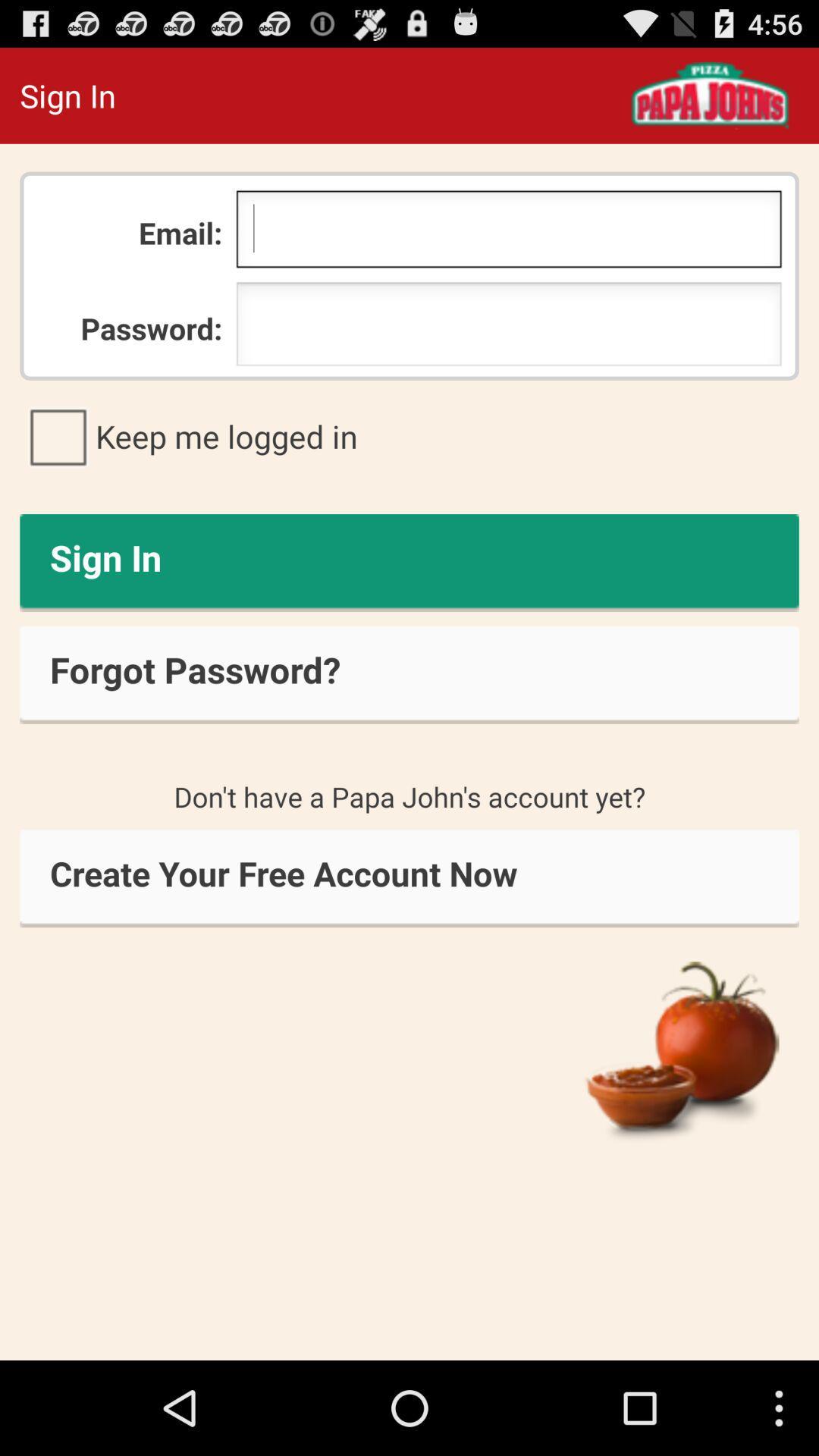  Describe the element at coordinates (409, 435) in the screenshot. I see `icon above the sign in item` at that location.